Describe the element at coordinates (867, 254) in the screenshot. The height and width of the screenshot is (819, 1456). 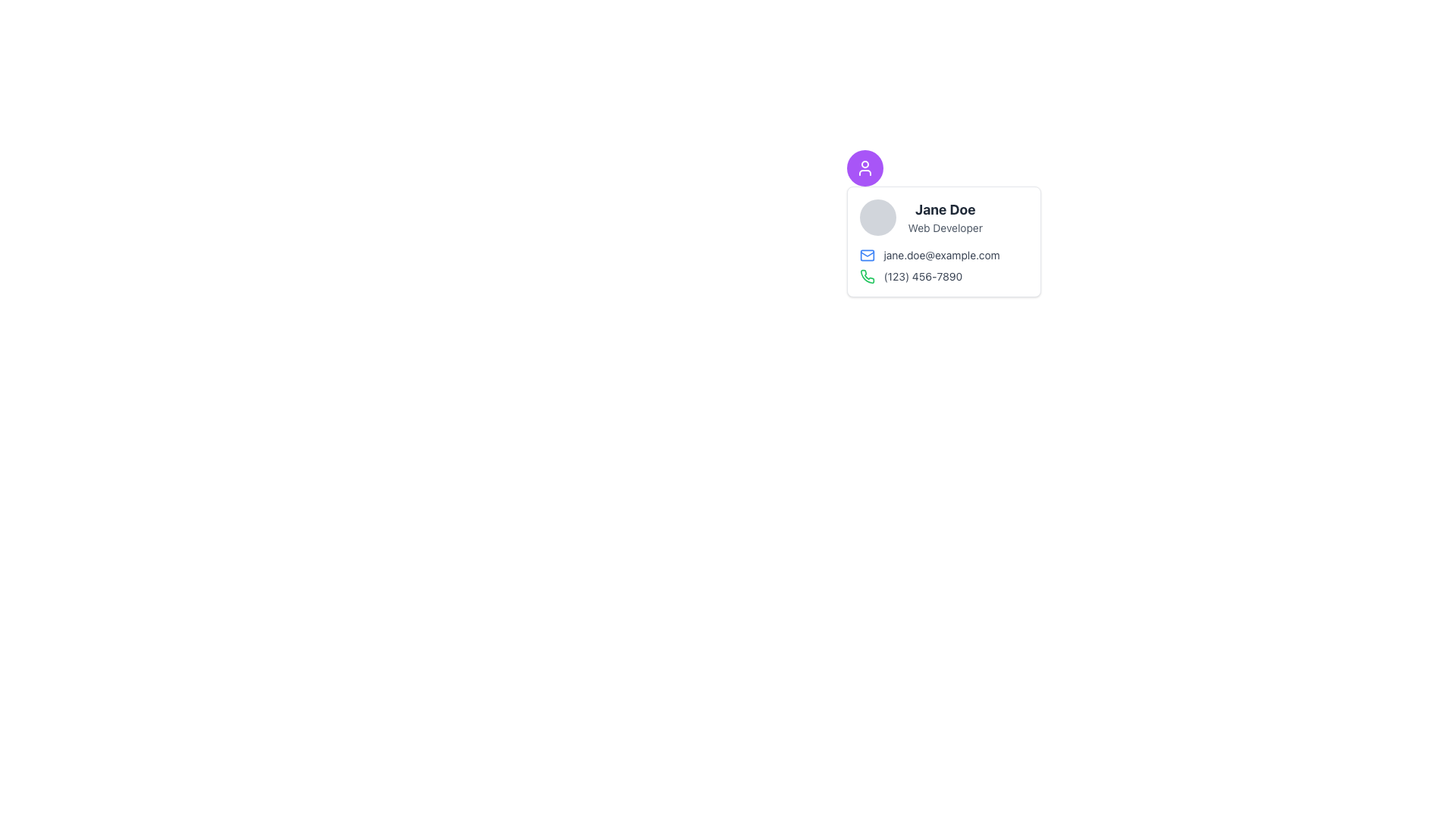
I see `the inner rectangle of the mail envelope icon located to the left of the email text 'jane.doe@example.com' in the contact card` at that location.